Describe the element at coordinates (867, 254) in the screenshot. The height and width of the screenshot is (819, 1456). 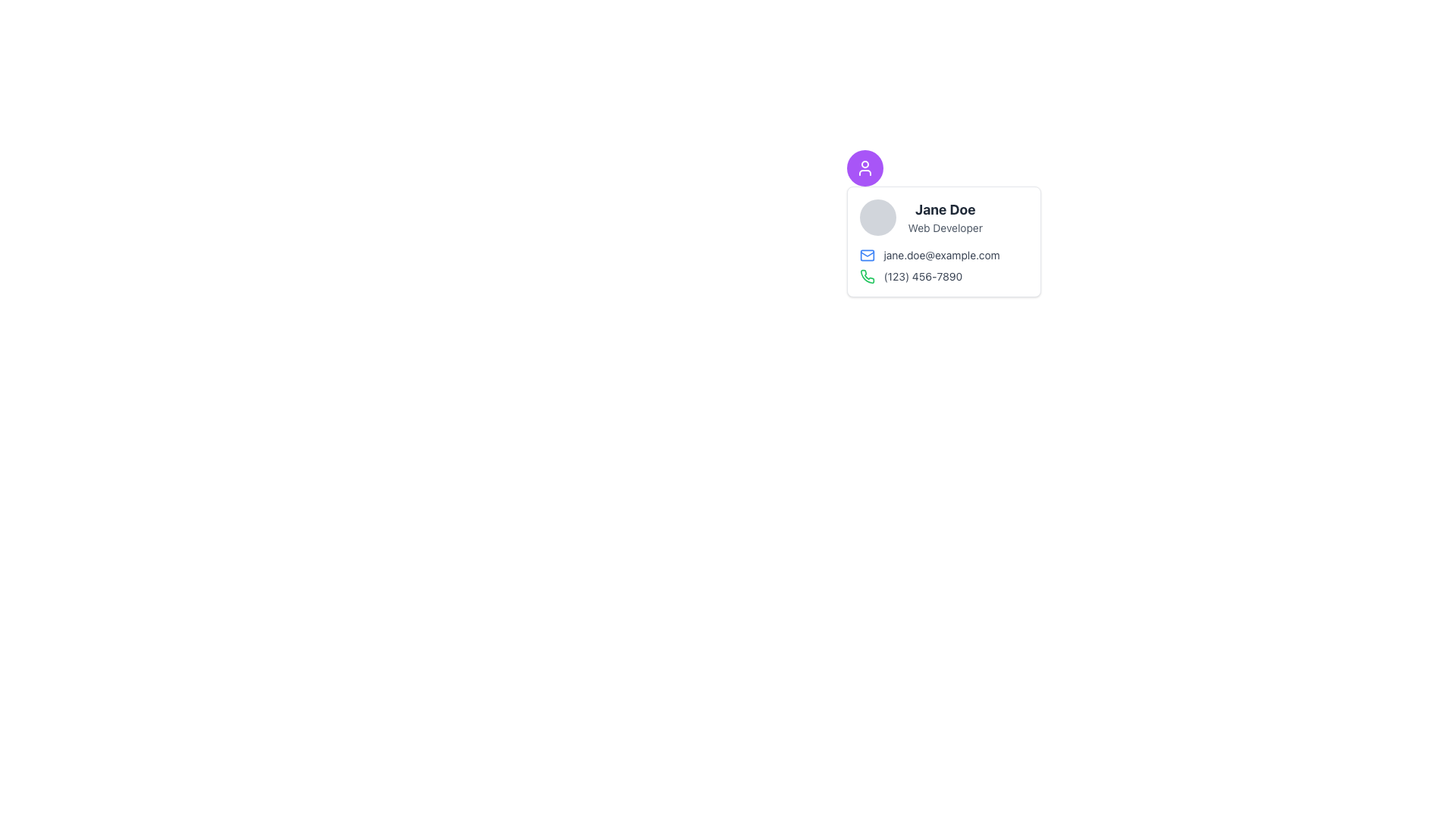
I see `the inner rectangle of the mail envelope icon located to the left of the email text 'jane.doe@example.com' in the contact card` at that location.